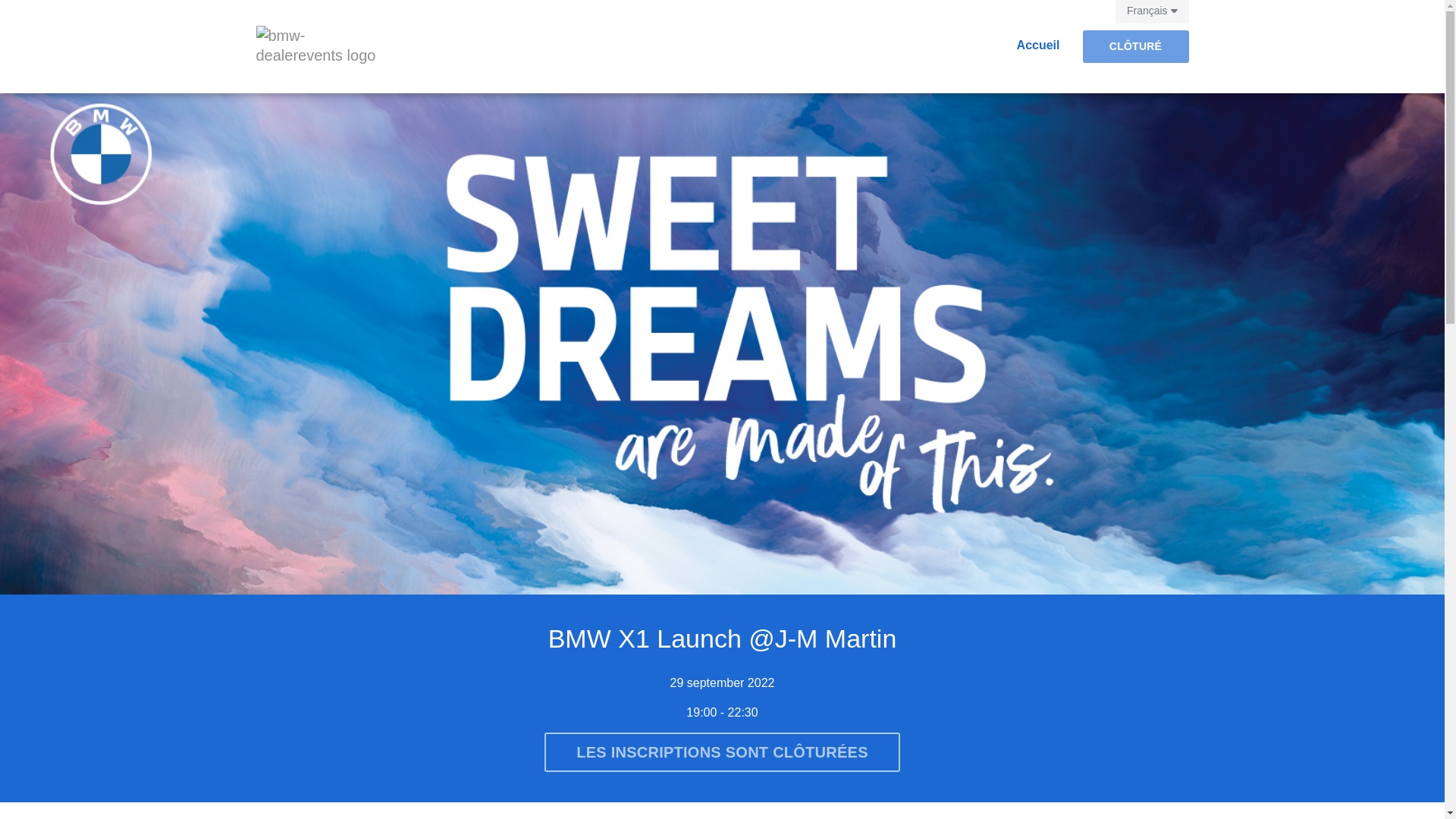  Describe the element at coordinates (1037, 38) in the screenshot. I see `'Accueil'` at that location.